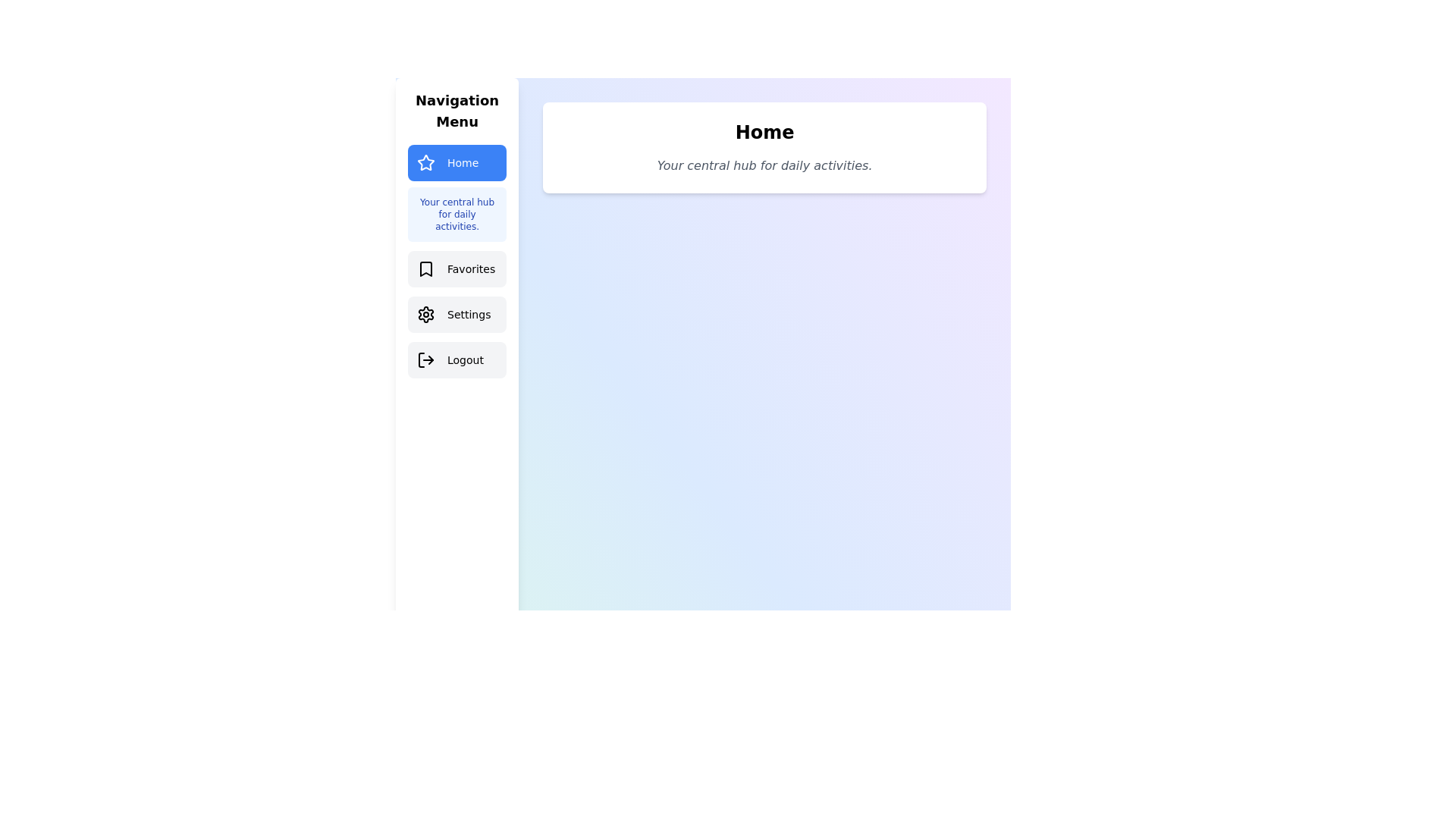 The image size is (1456, 819). What do you see at coordinates (457, 163) in the screenshot?
I see `the menu tab Home to preview its interaction` at bounding box center [457, 163].